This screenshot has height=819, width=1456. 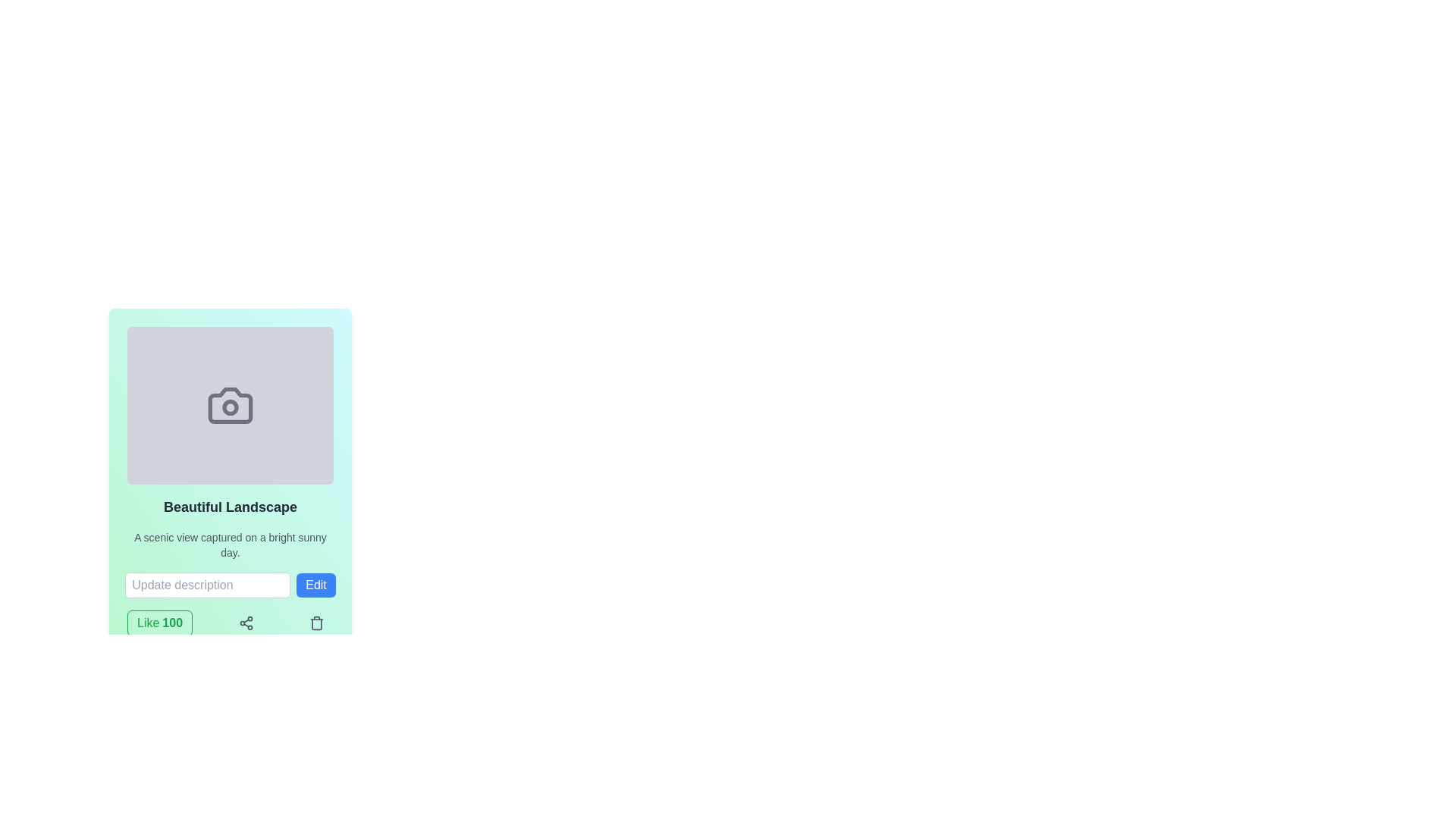 I want to click on the trash can icon button located at the bottom-right corner of the 'Beautiful Landscape' content description card, so click(x=315, y=623).